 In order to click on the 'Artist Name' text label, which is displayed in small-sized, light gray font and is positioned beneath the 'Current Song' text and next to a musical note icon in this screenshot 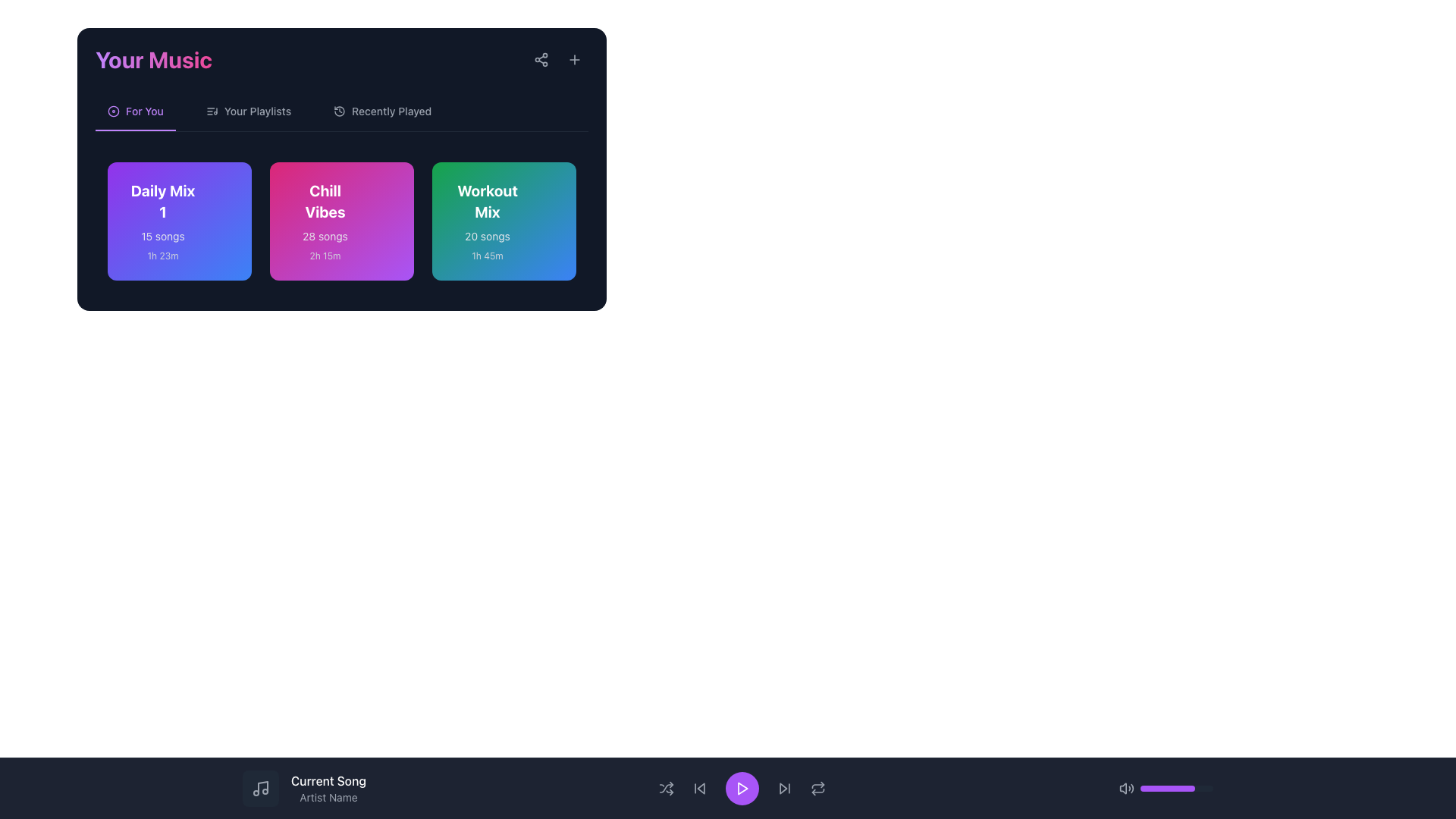, I will do `click(328, 797)`.